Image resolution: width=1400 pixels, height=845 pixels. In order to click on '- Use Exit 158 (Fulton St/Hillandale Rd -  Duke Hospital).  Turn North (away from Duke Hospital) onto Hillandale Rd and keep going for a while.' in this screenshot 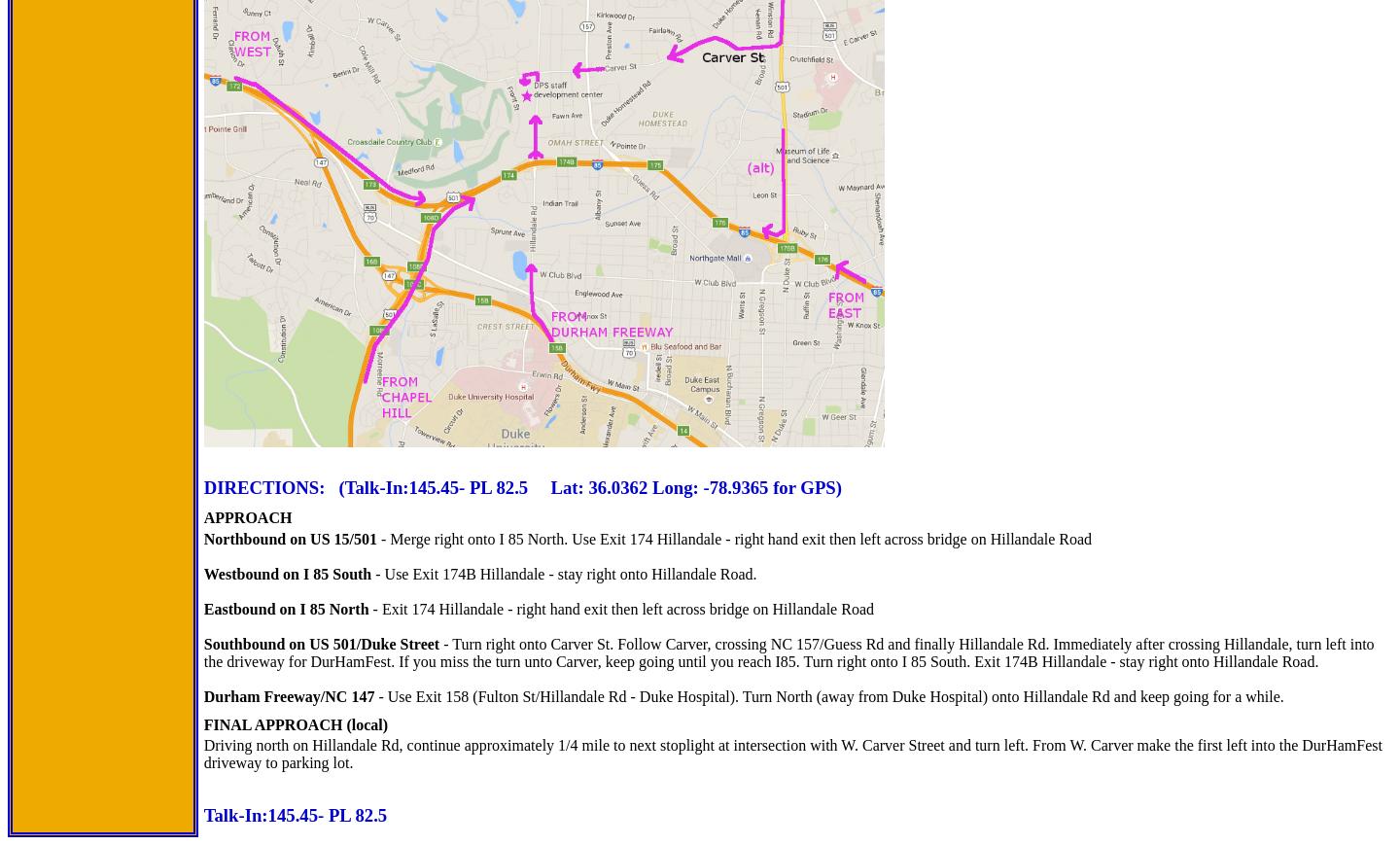, I will do `click(827, 695)`.